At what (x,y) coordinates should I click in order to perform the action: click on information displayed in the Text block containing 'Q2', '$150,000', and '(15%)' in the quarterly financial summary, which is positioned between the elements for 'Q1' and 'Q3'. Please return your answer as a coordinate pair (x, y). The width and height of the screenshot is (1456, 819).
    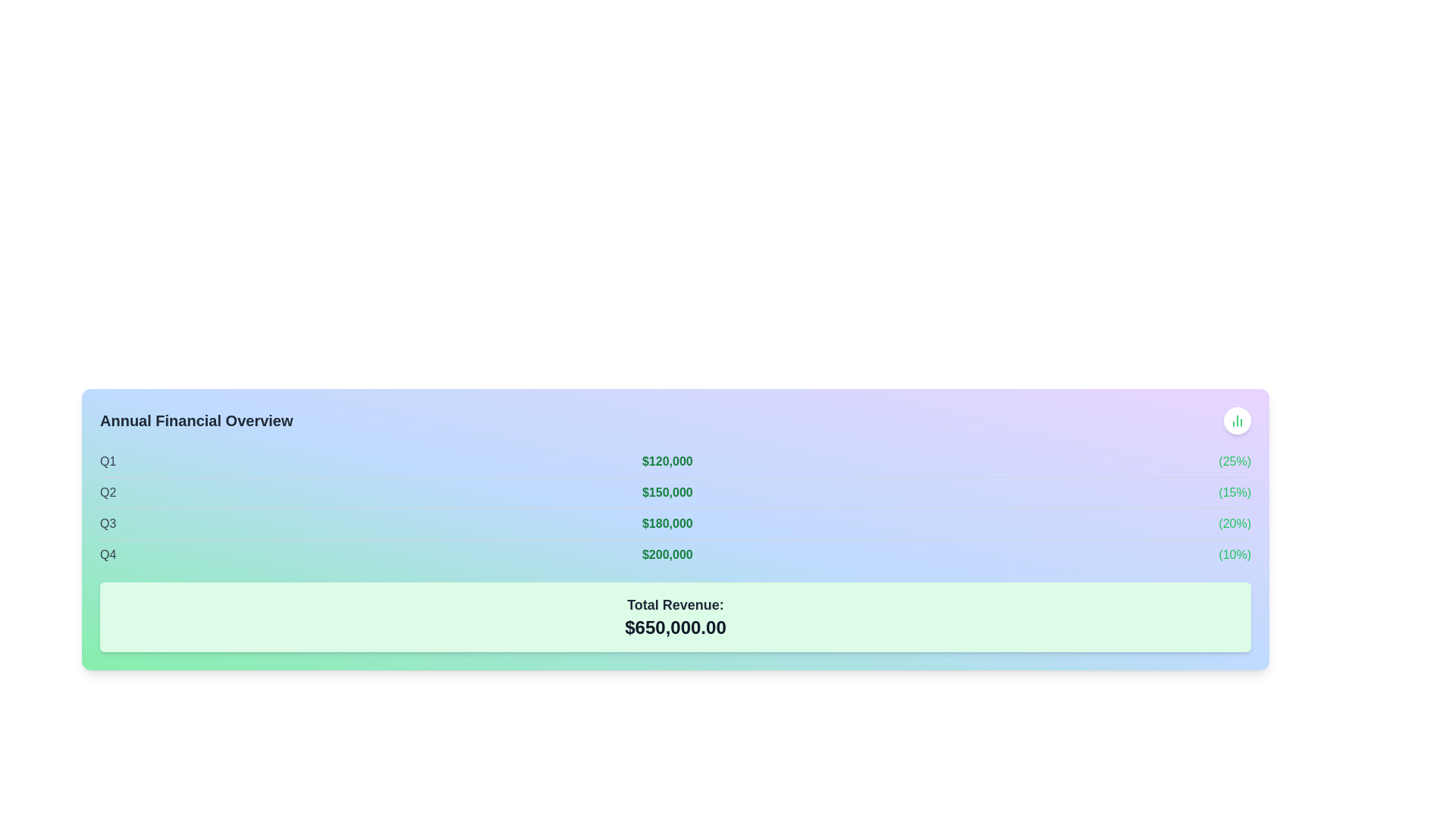
    Looking at the image, I should click on (675, 492).